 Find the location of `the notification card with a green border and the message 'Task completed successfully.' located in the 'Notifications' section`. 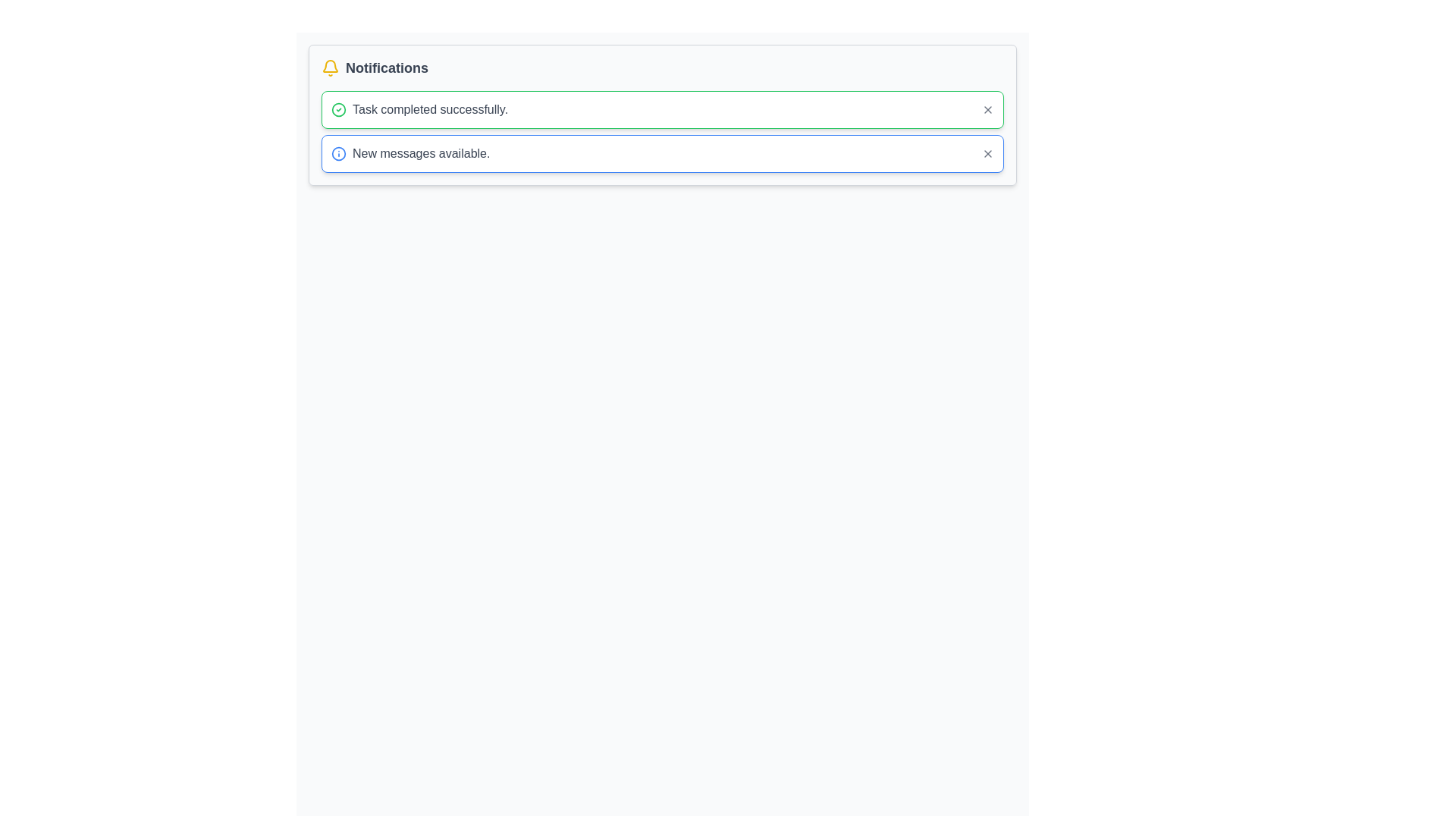

the notification card with a green border and the message 'Task completed successfully.' located in the 'Notifications' section is located at coordinates (662, 114).